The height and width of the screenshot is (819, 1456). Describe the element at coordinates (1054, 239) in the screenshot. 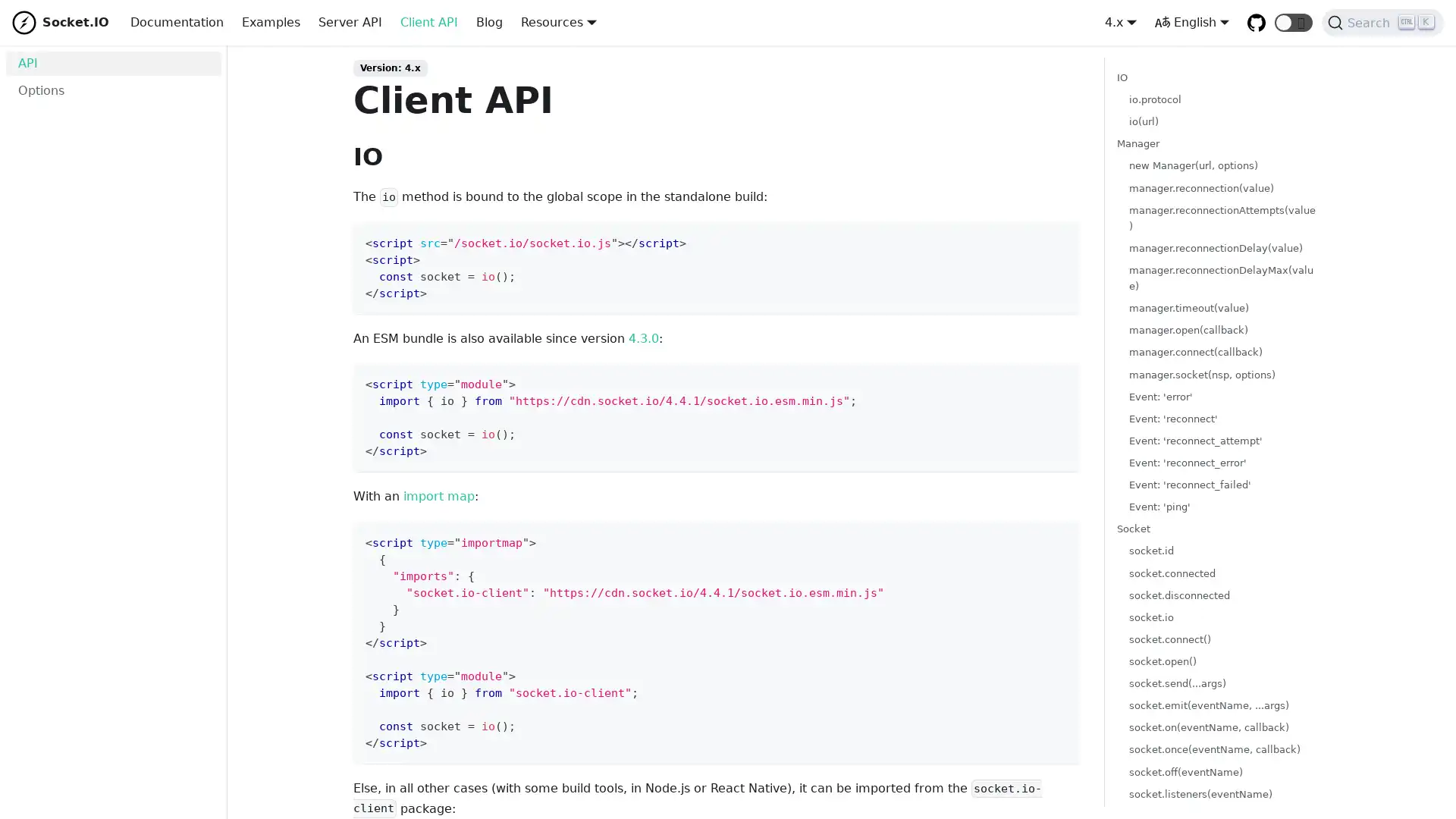

I see `Copy code to clipboard` at that location.